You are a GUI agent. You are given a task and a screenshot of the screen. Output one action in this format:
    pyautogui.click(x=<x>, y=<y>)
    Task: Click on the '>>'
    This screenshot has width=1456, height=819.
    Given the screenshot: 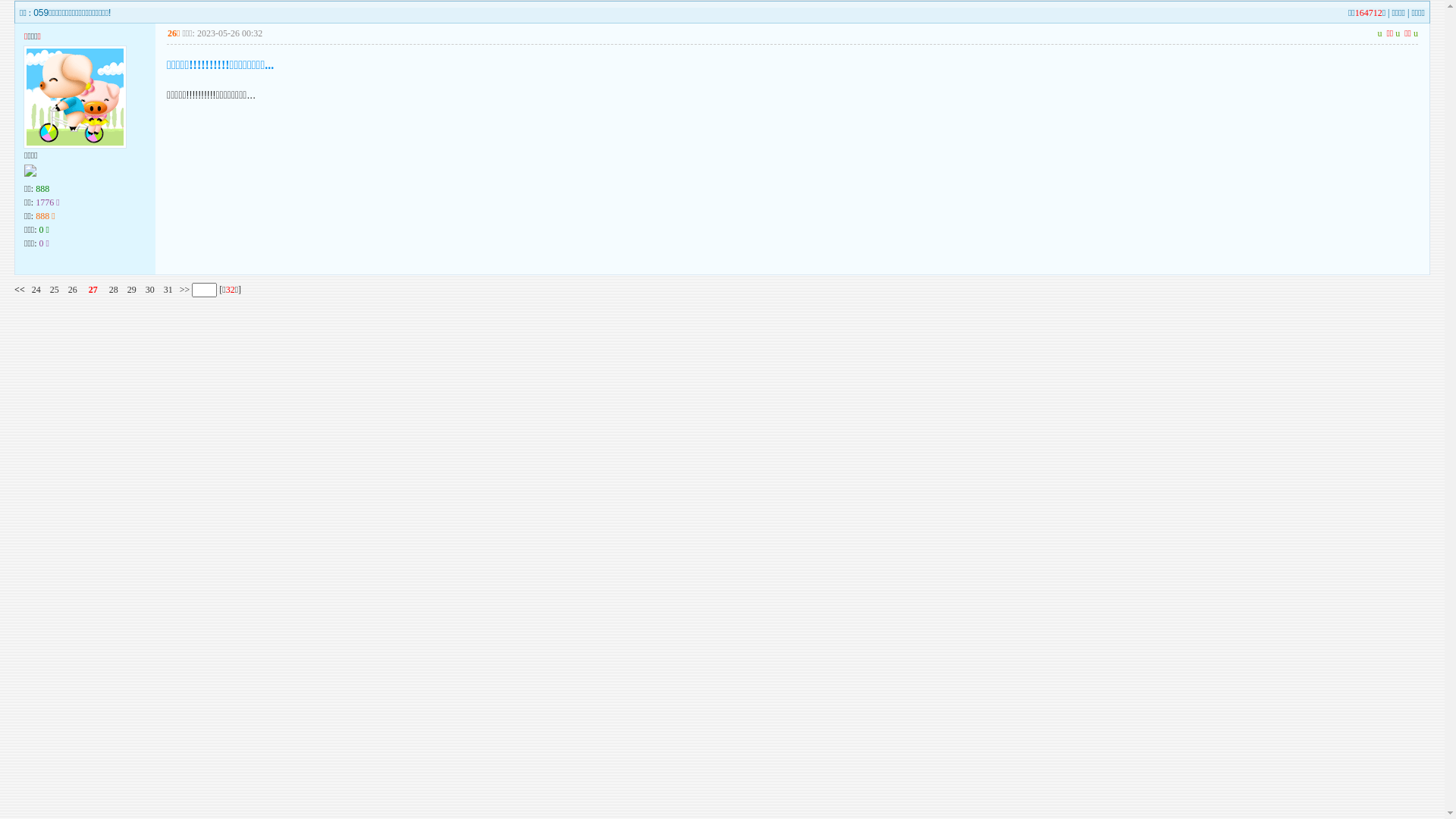 What is the action you would take?
    pyautogui.click(x=183, y=289)
    